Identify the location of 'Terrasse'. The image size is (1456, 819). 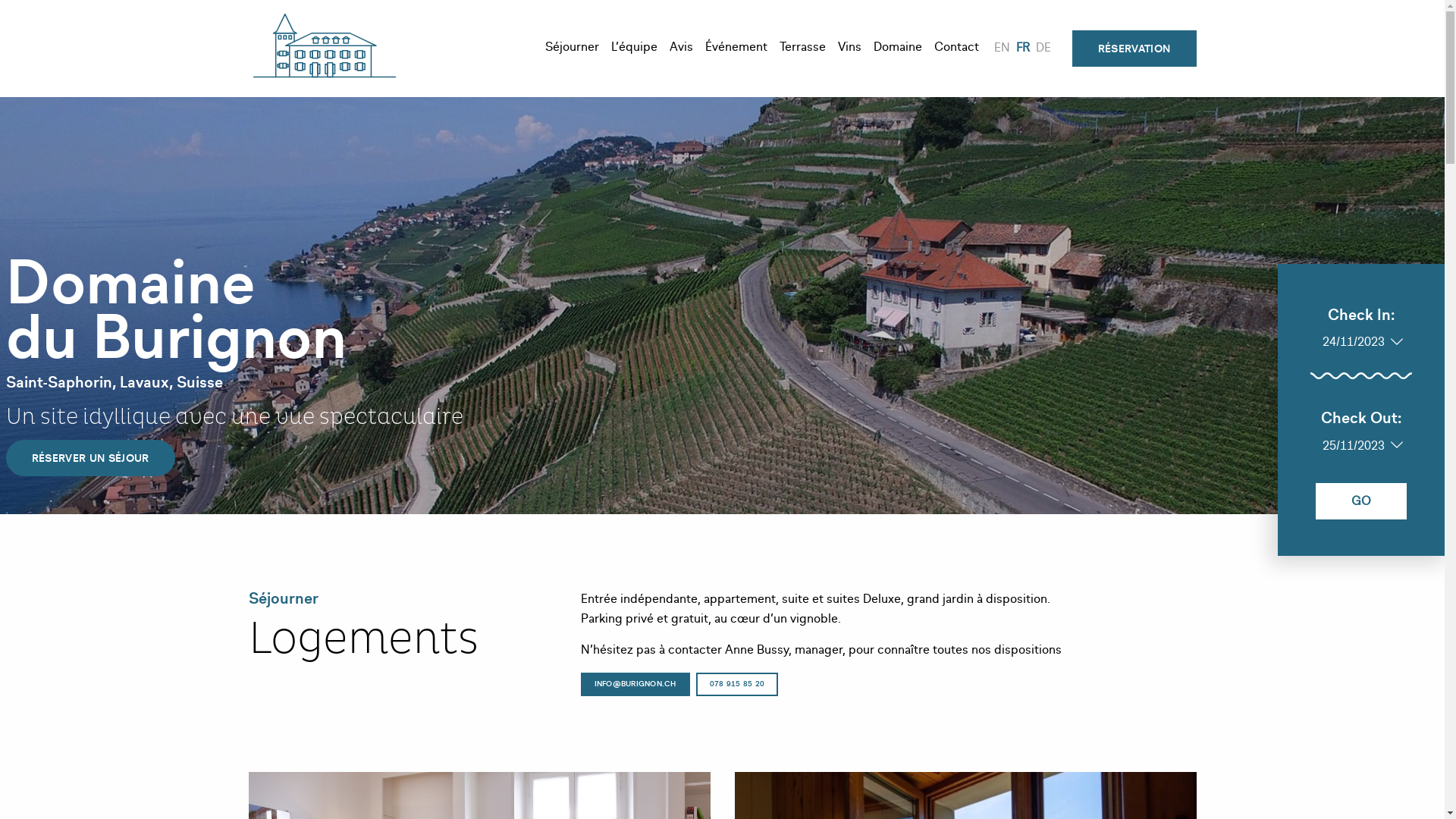
(802, 48).